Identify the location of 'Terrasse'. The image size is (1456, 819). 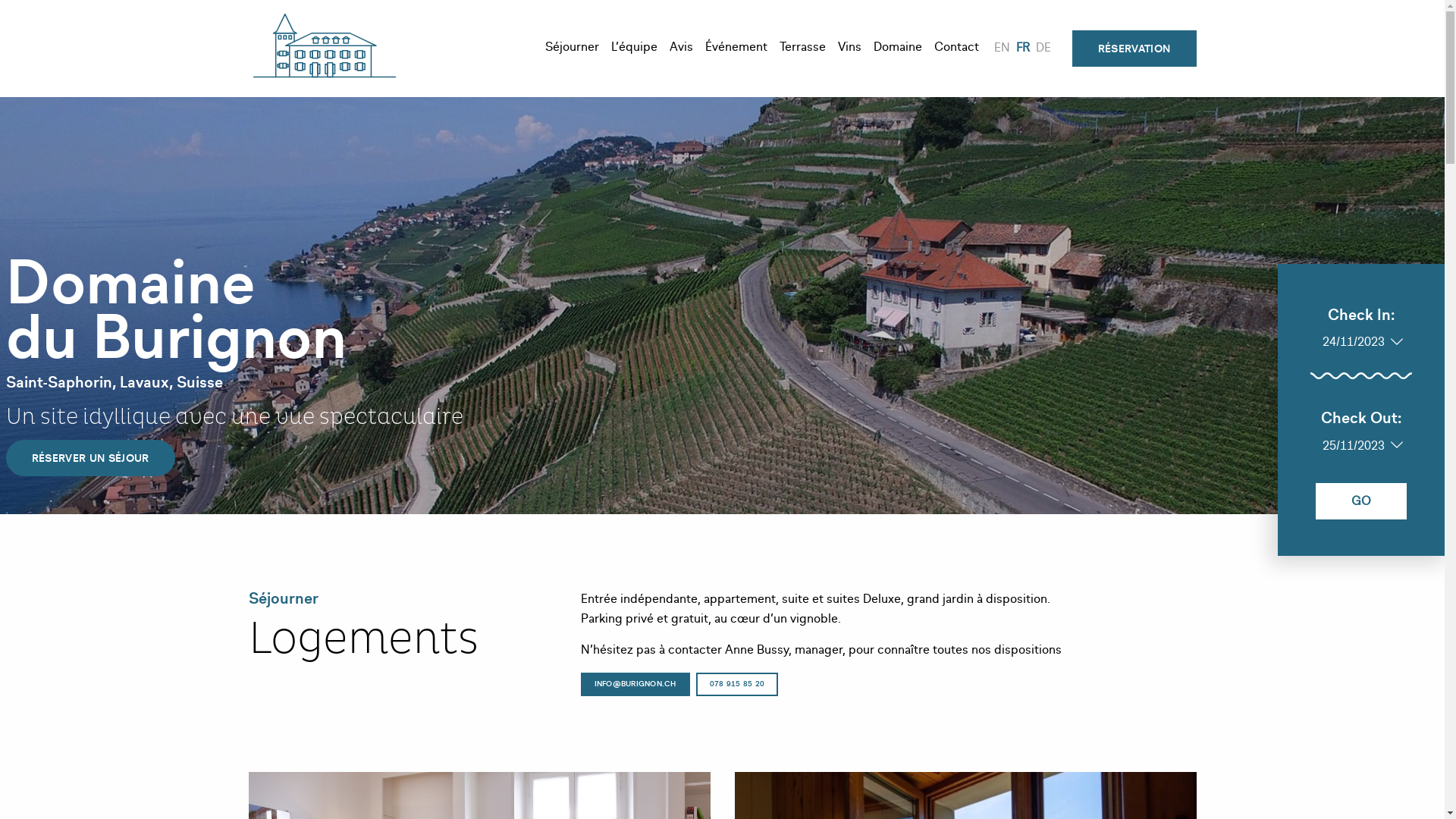
(802, 48).